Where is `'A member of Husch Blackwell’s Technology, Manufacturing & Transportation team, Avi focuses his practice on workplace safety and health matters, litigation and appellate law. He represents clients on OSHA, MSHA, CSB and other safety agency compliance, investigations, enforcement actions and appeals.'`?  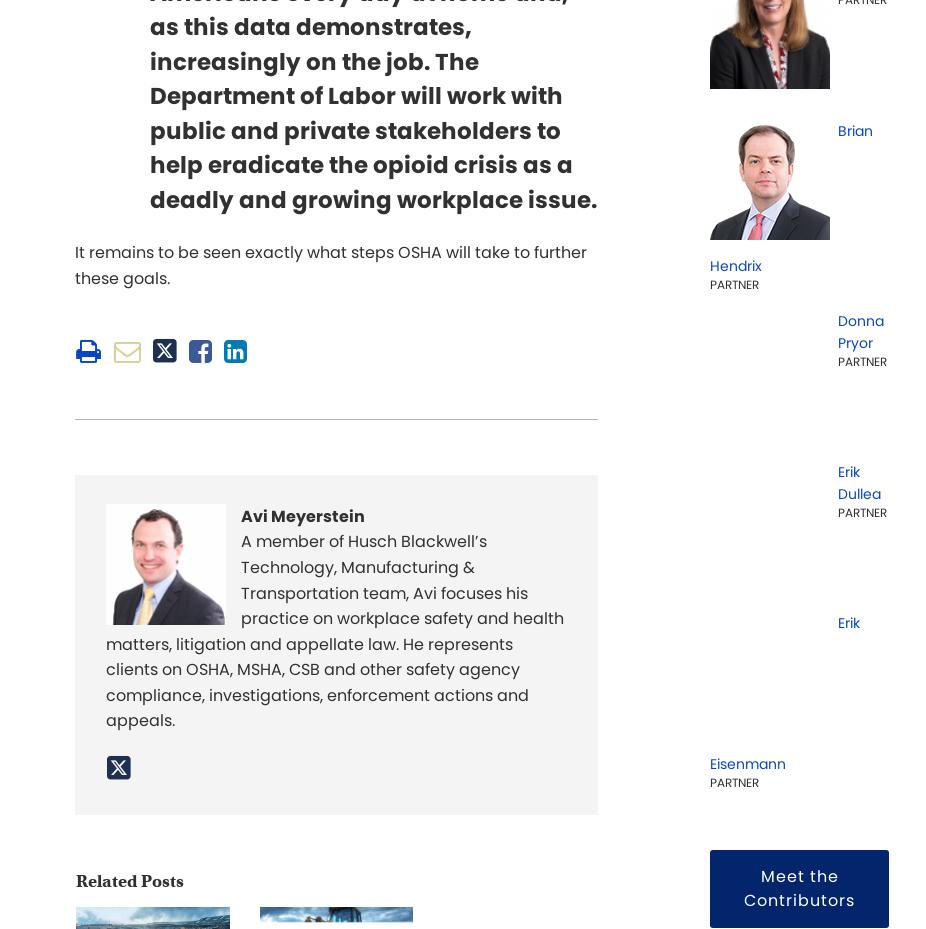
'A member of Husch Blackwell’s Technology, Manufacturing & Transportation team, Avi focuses his practice on workplace safety and health matters, litigation and appellate law. He represents clients on OSHA, MSHA, CSB and other safety agency compliance, investigations, enforcement actions and appeals.' is located at coordinates (335, 629).